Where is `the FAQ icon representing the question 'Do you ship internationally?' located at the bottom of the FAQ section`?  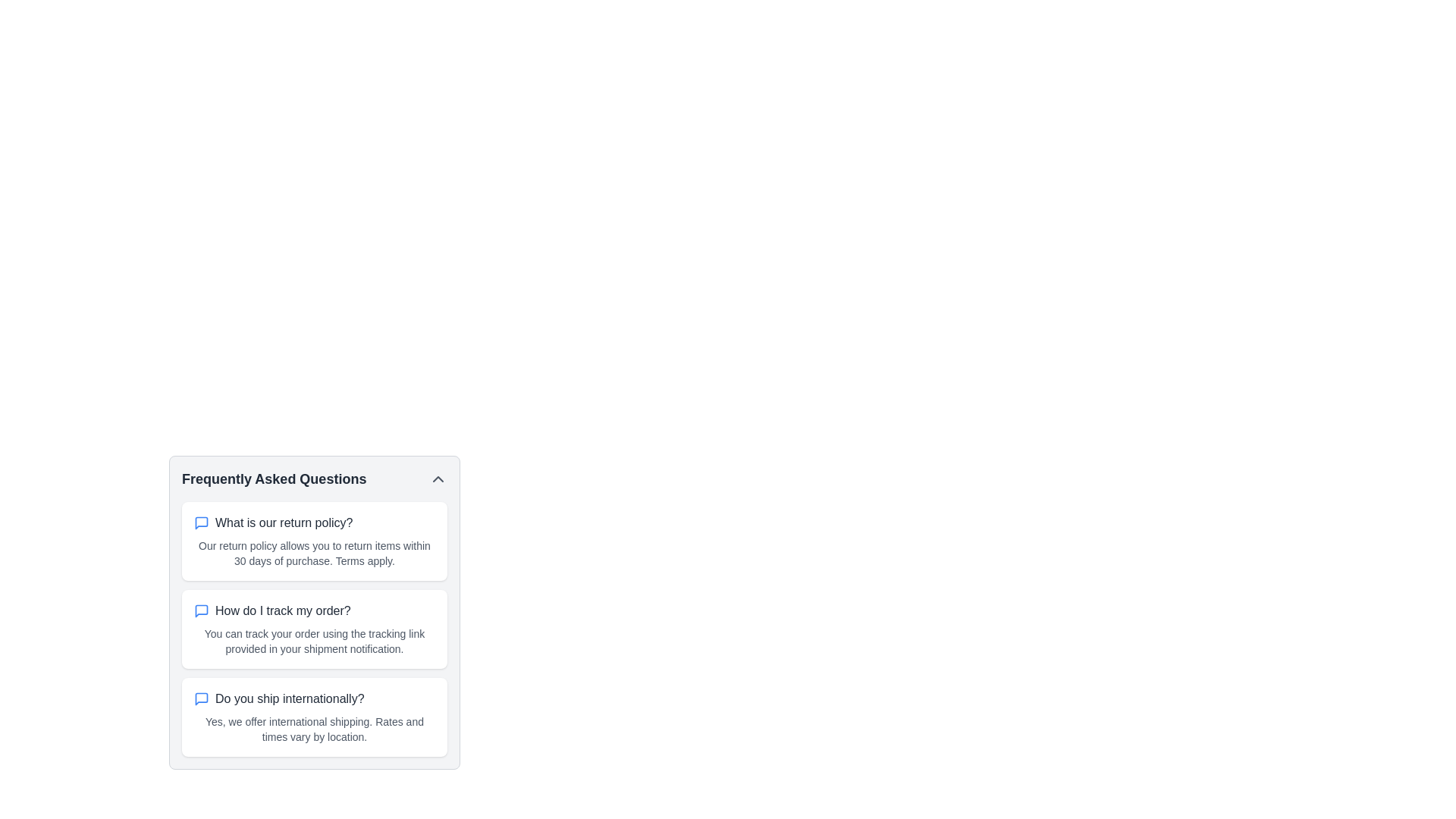
the FAQ icon representing the question 'Do you ship internationally?' located at the bottom of the FAQ section is located at coordinates (200, 698).